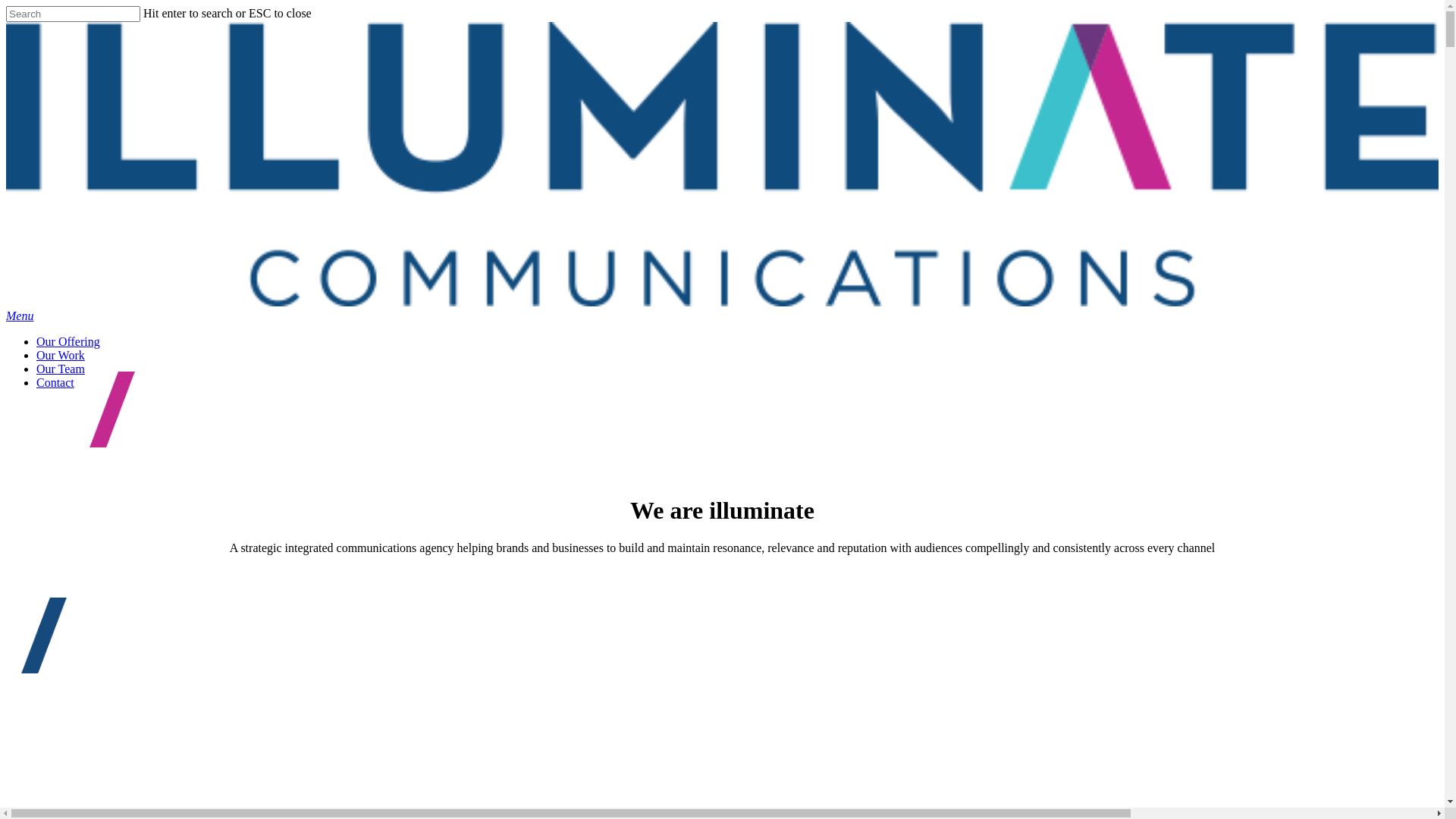 This screenshot has height=819, width=1456. Describe the element at coordinates (67, 341) in the screenshot. I see `'Our Offering'` at that location.